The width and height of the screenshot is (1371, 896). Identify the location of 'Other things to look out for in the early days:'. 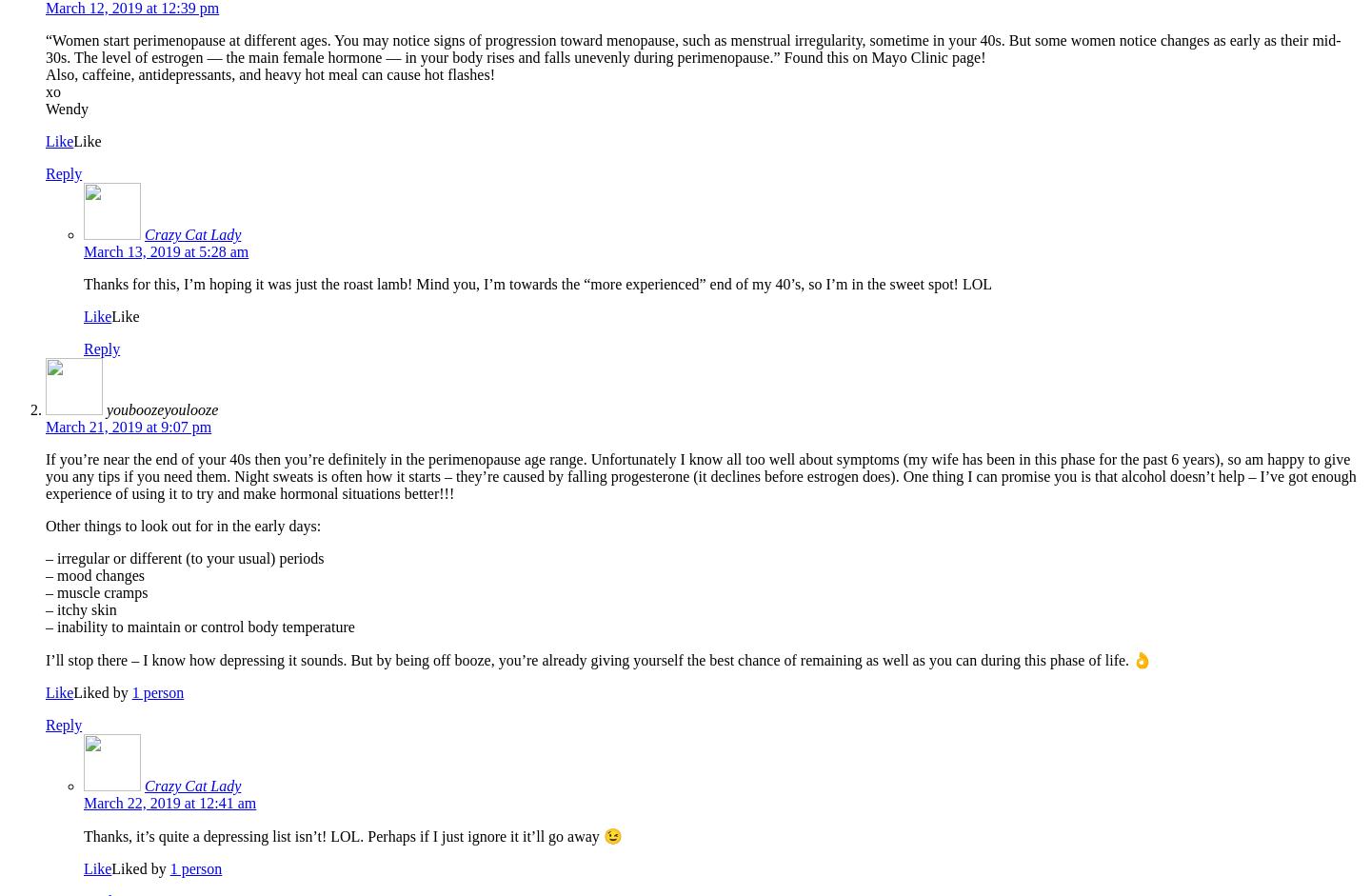
(44, 526).